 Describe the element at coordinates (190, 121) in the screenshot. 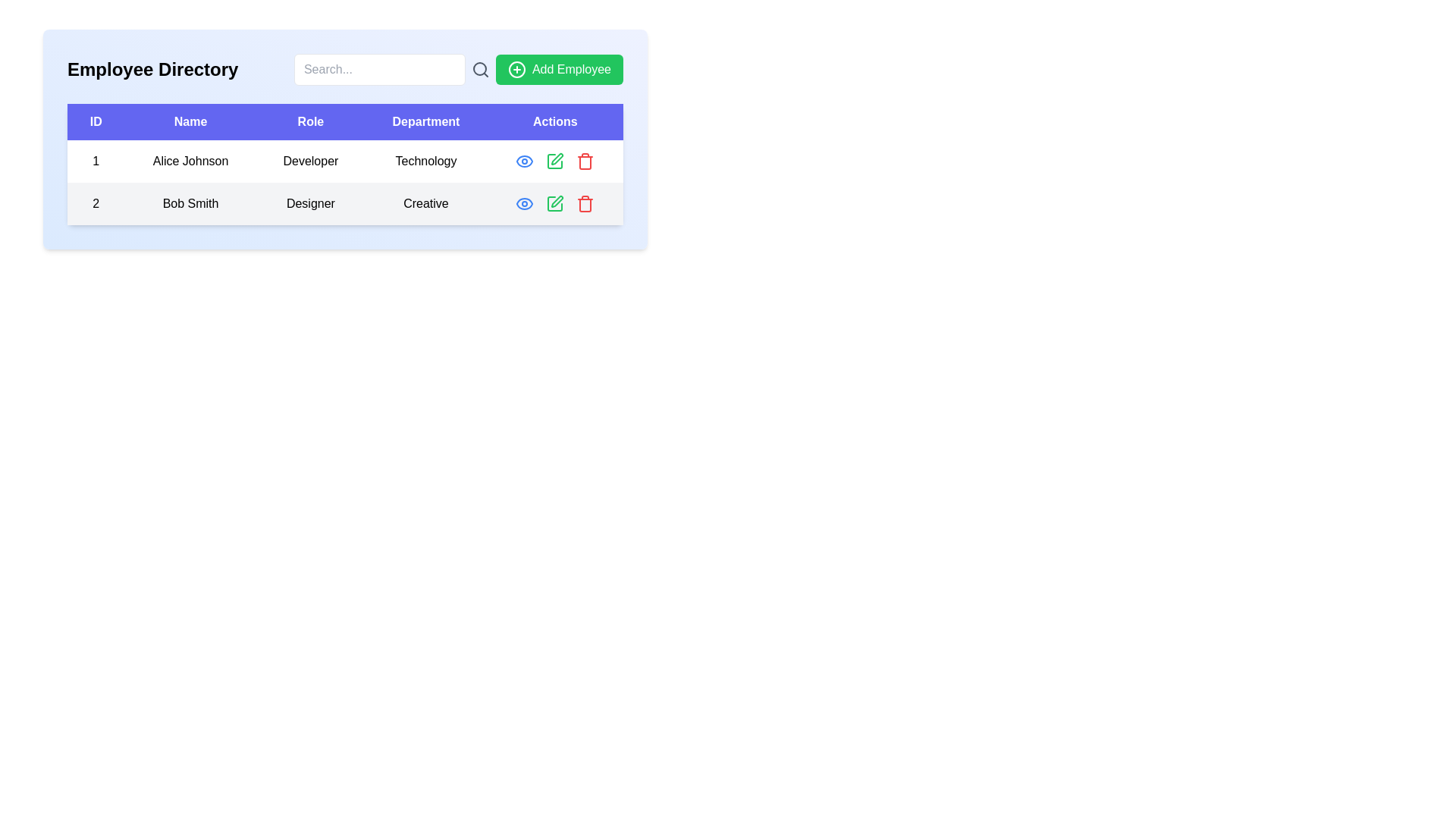

I see `text 'Name' from the second header cell in the table header row, which is located between the 'ID' and 'Role' header cells` at that location.